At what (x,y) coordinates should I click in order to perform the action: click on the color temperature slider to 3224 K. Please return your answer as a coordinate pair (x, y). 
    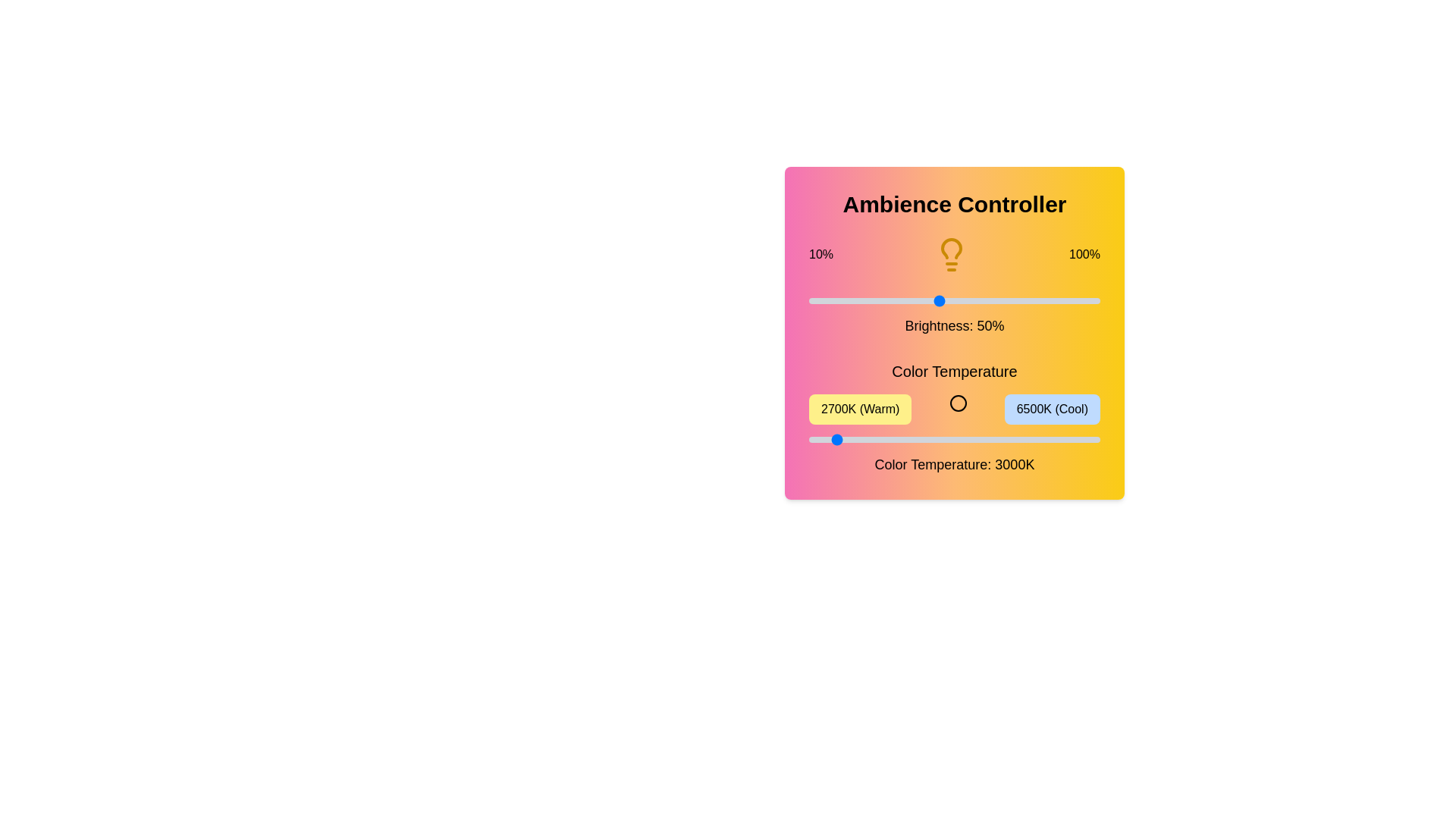
    Looking at the image, I should click on (848, 439).